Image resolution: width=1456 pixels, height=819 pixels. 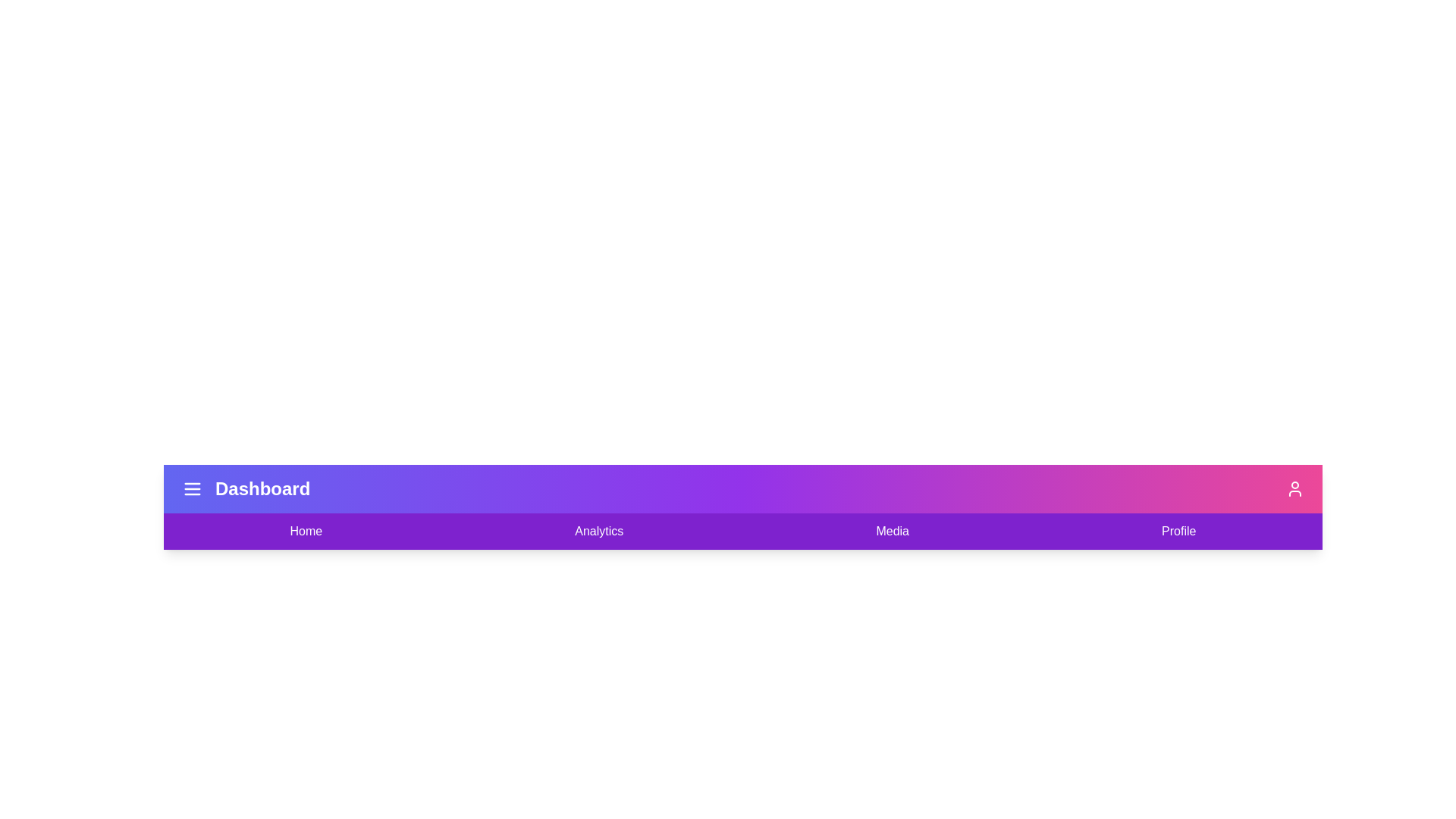 What do you see at coordinates (1178, 531) in the screenshot?
I see `the navigation link labeled Profile` at bounding box center [1178, 531].